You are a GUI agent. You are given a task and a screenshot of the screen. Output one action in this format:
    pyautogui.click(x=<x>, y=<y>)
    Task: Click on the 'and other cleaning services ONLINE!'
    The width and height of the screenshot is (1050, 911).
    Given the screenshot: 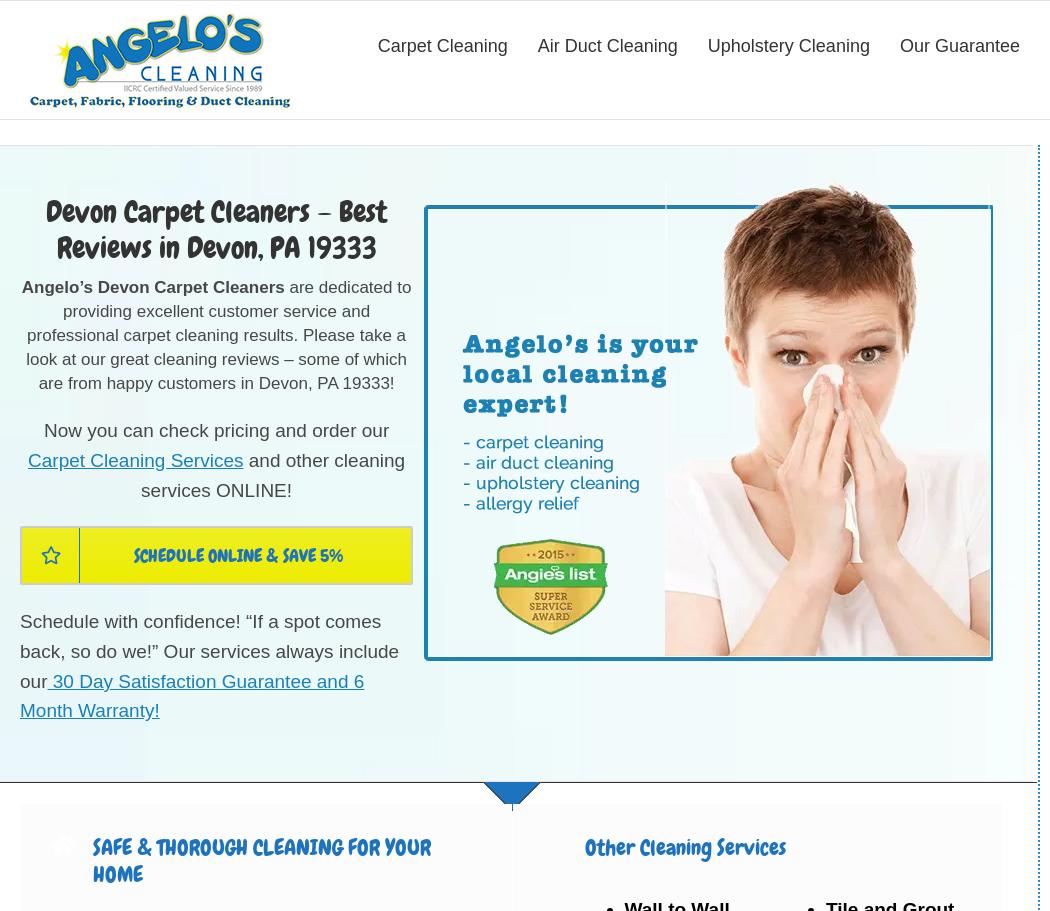 What is the action you would take?
    pyautogui.click(x=272, y=474)
    